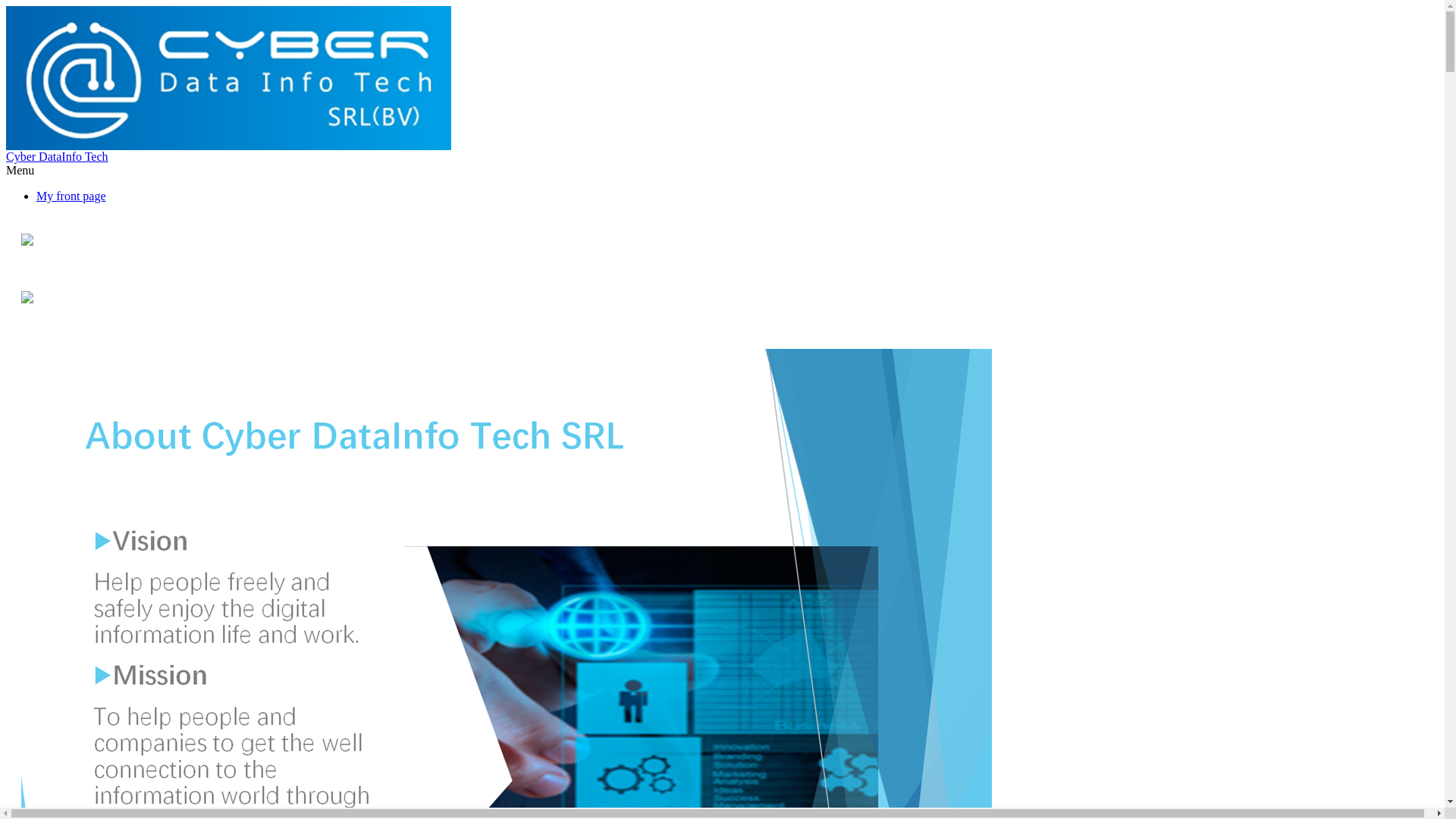 The image size is (1456, 819). Describe the element at coordinates (71, 195) in the screenshot. I see `'My front page'` at that location.